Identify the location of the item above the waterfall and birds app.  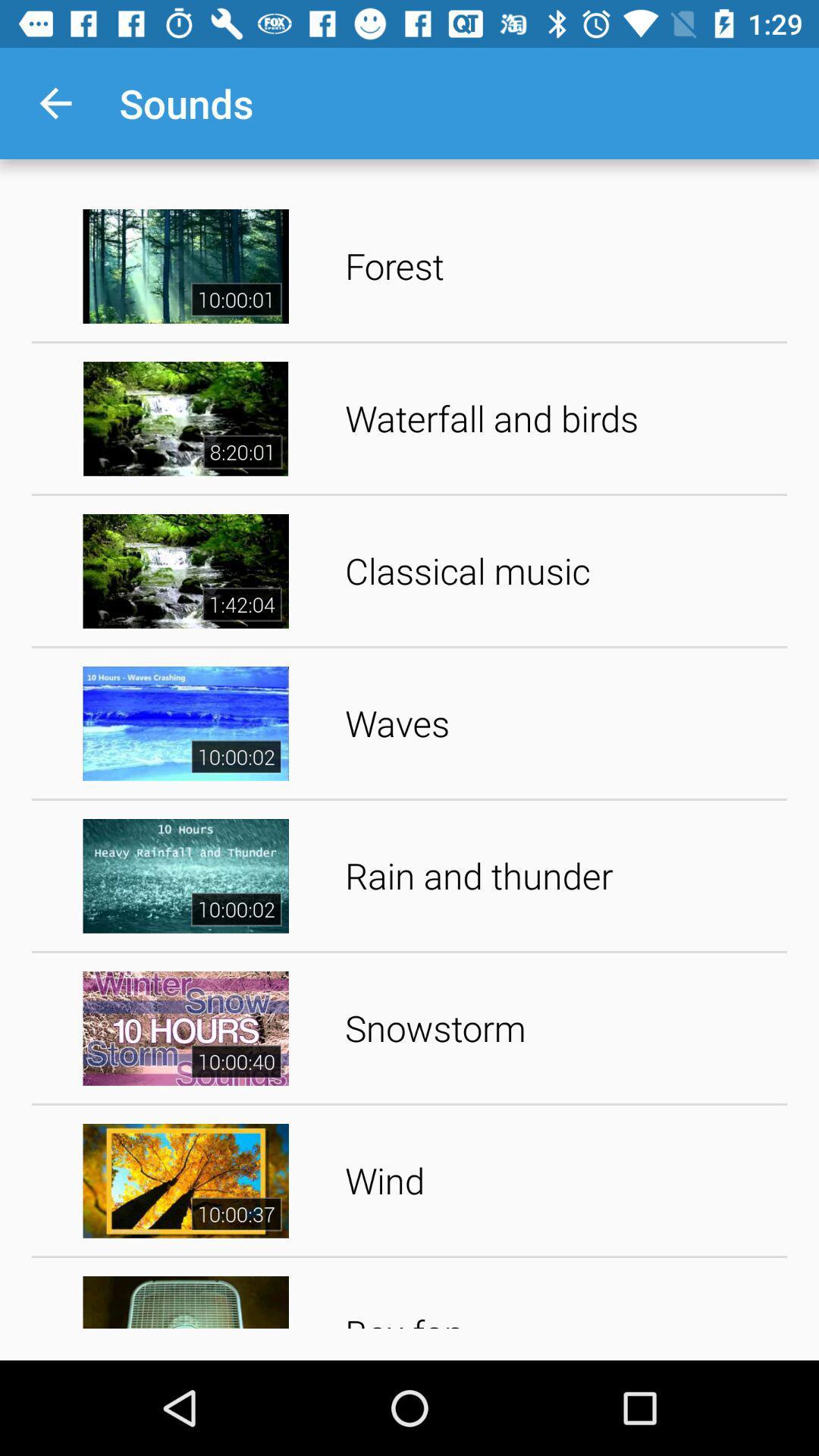
(560, 265).